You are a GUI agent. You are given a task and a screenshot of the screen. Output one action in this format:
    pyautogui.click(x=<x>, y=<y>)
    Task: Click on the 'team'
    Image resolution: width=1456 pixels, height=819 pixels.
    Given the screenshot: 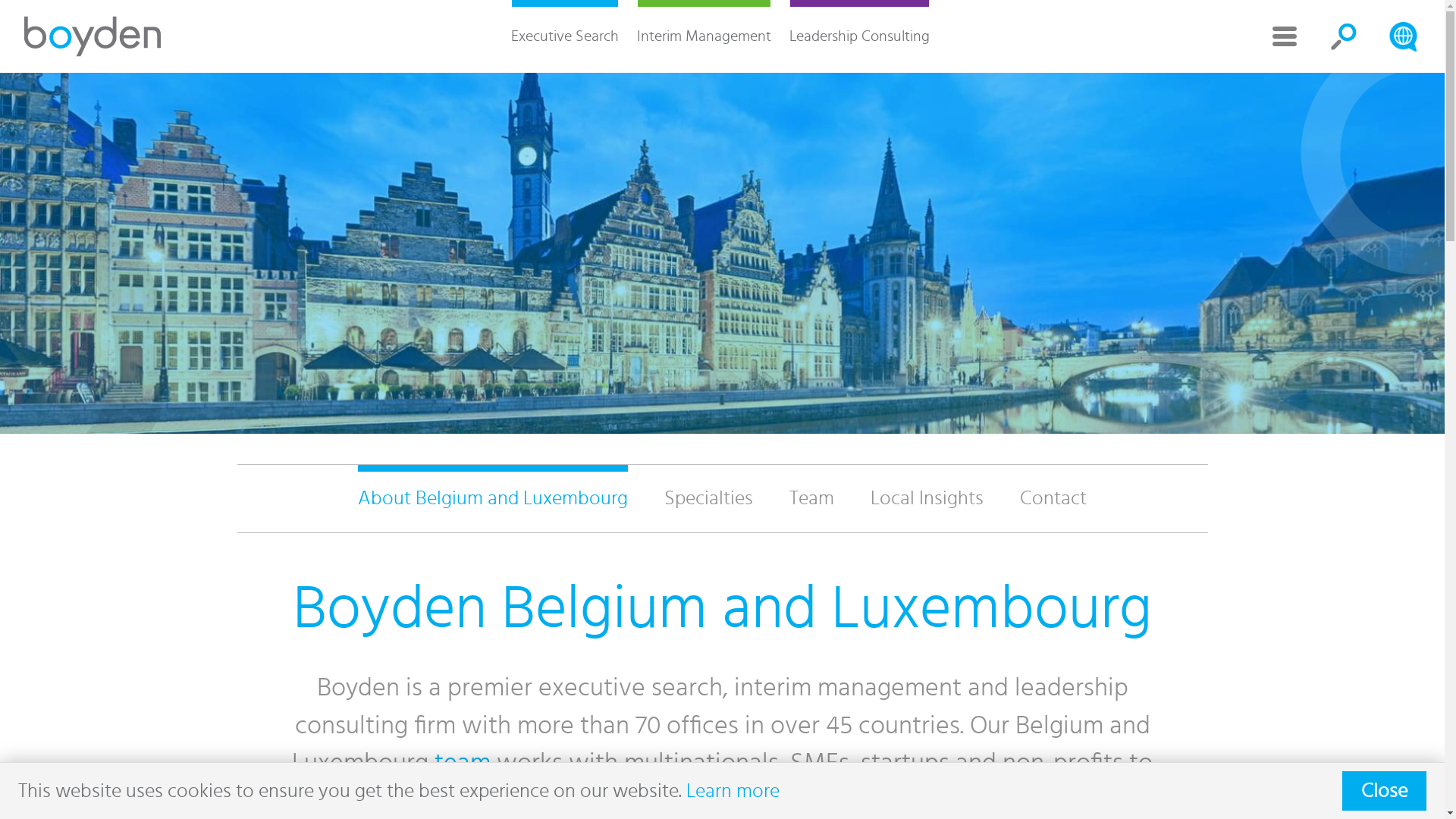 What is the action you would take?
    pyautogui.click(x=461, y=763)
    